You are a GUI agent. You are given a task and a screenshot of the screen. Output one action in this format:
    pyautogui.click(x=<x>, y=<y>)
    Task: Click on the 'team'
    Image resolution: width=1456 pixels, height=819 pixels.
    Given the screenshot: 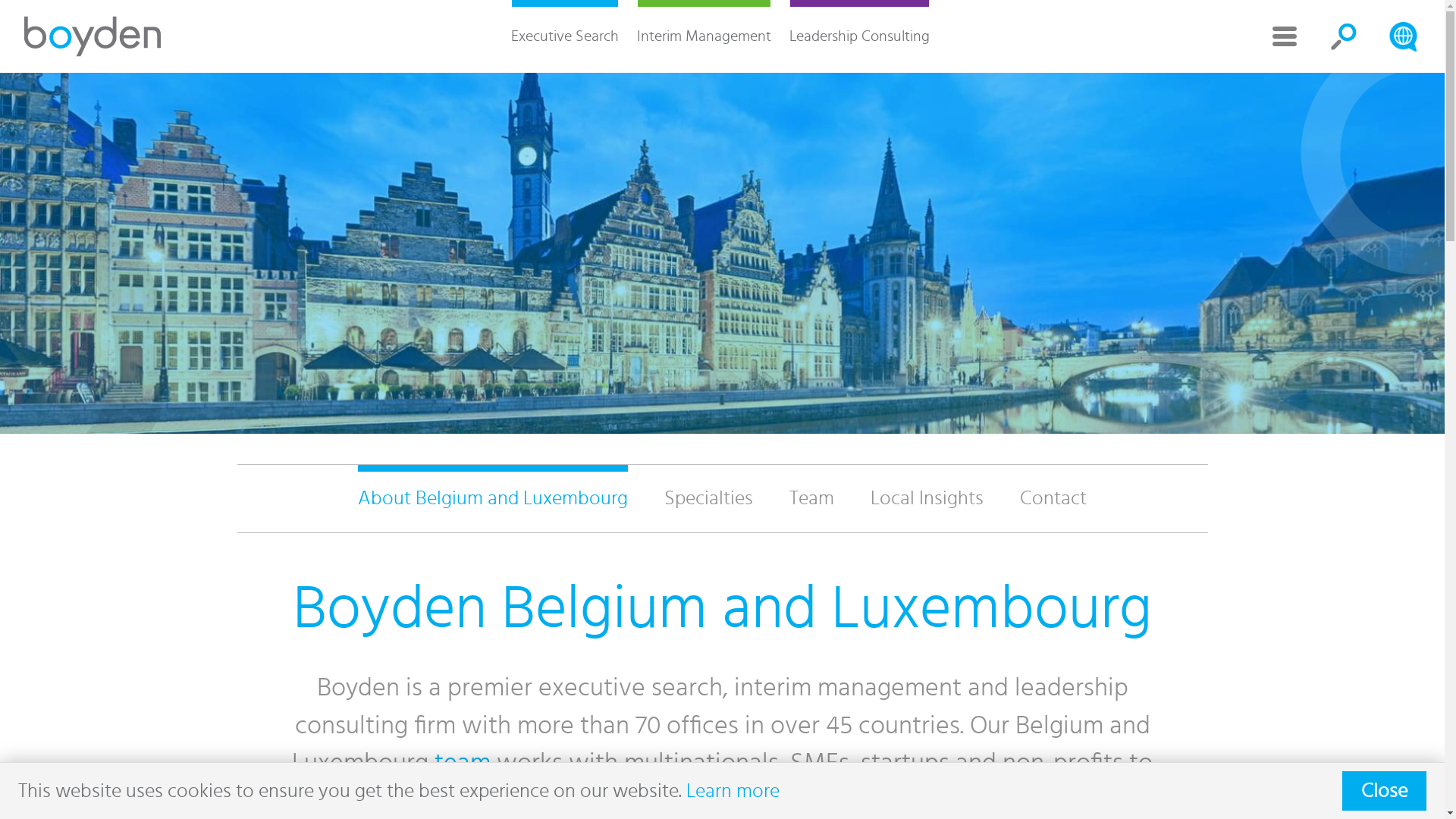 What is the action you would take?
    pyautogui.click(x=461, y=763)
    